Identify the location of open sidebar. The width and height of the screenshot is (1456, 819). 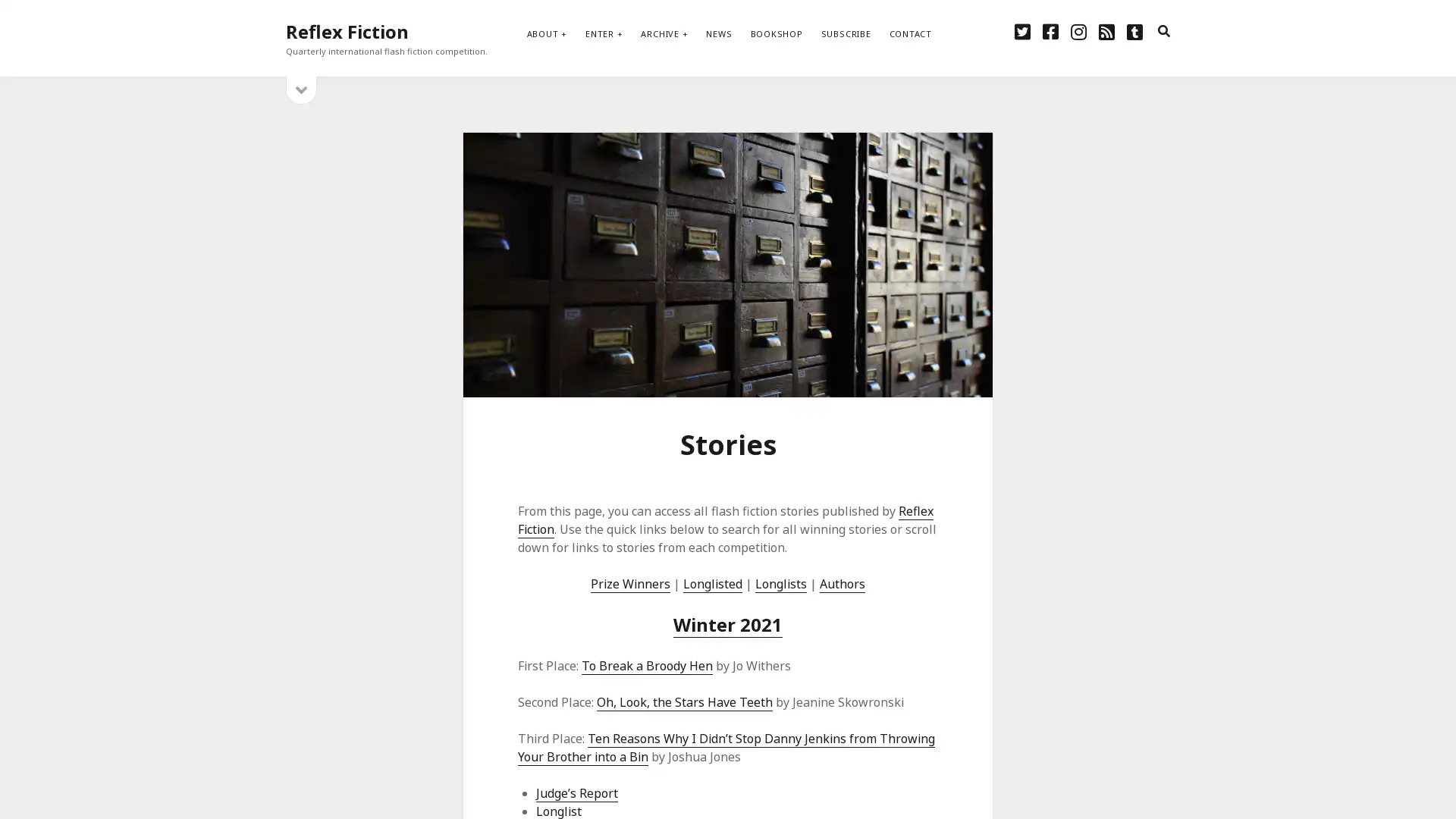
(300, 90).